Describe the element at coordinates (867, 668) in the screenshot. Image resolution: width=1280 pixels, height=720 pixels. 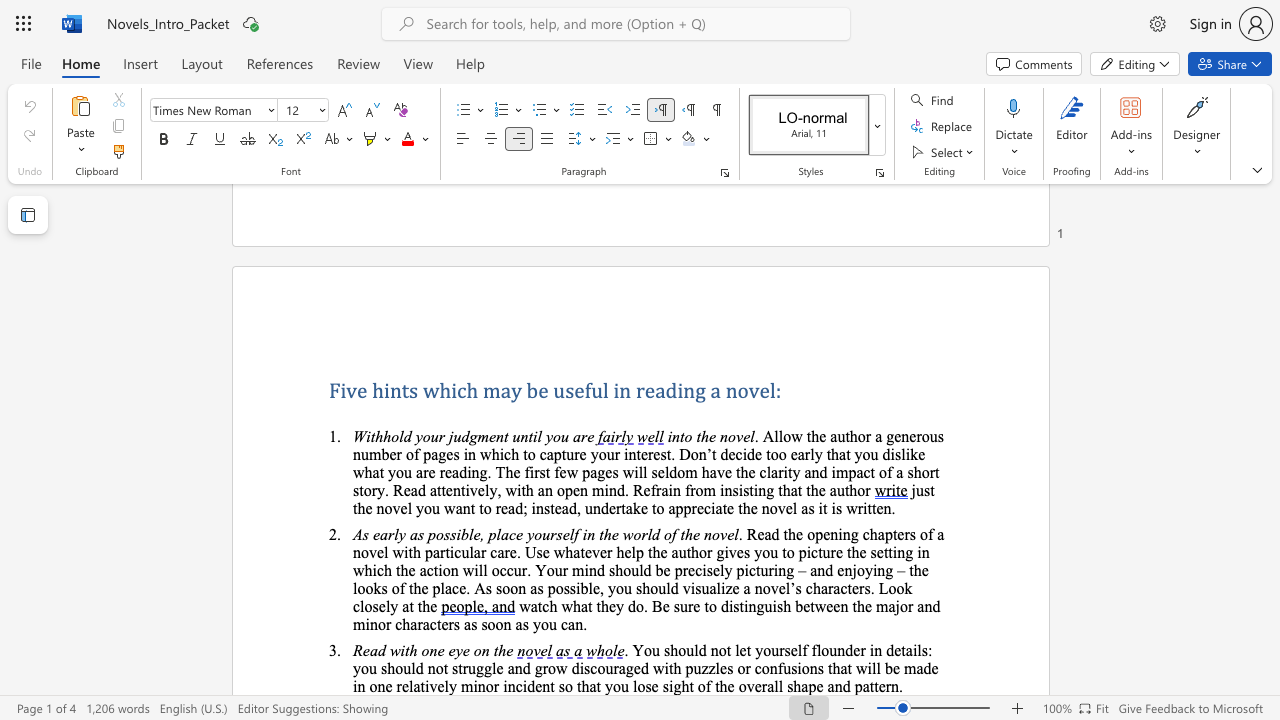
I see `the subset text "il" within the text ". You should not let yourself flounder in details: you should not struggle and grow discouraged with puzzles or confusions that will be made in one"` at that location.